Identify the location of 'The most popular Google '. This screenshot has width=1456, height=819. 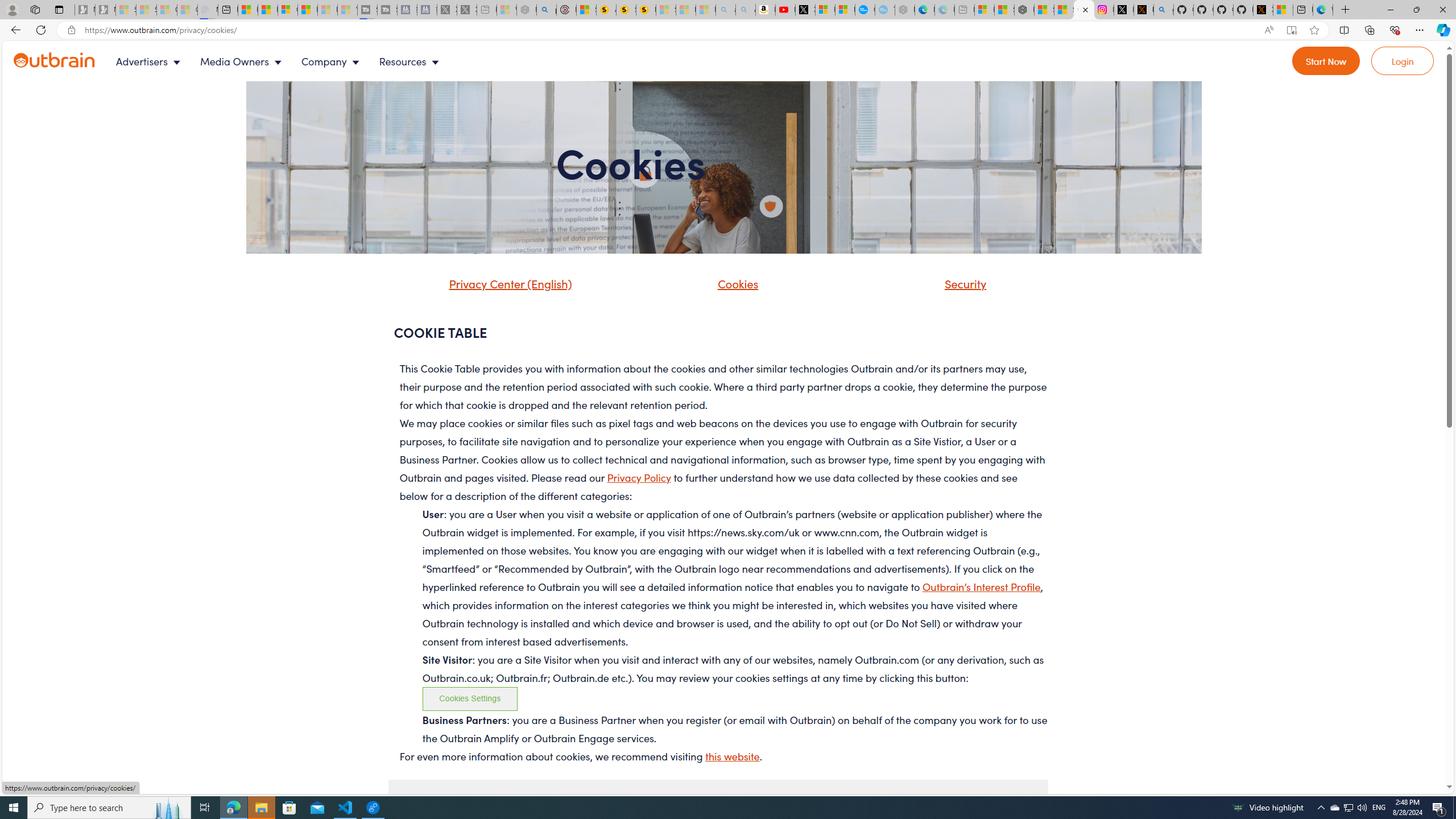
(885, 9).